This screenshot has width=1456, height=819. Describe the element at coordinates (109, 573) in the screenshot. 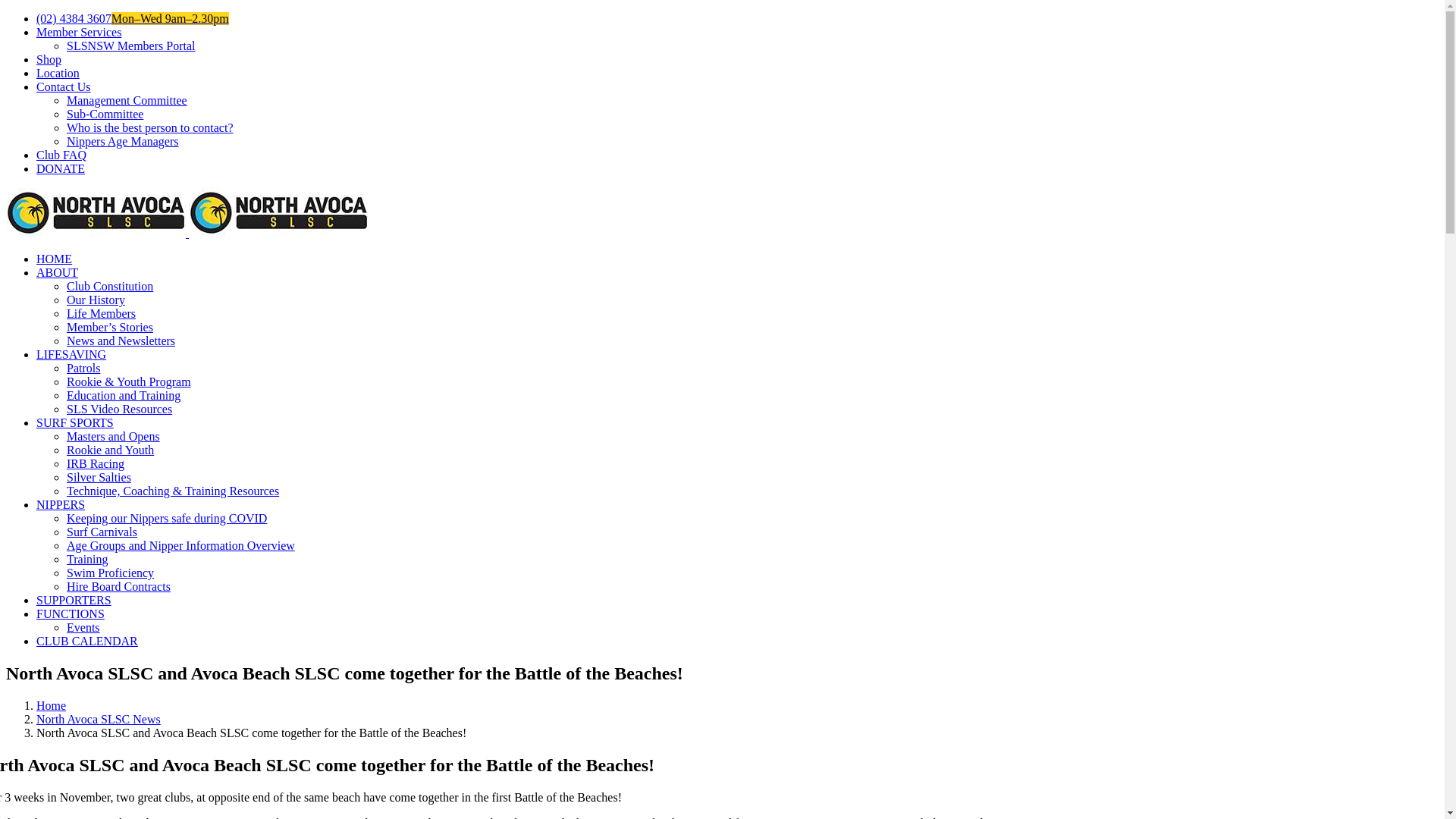

I see `'Swim Proficiency'` at that location.